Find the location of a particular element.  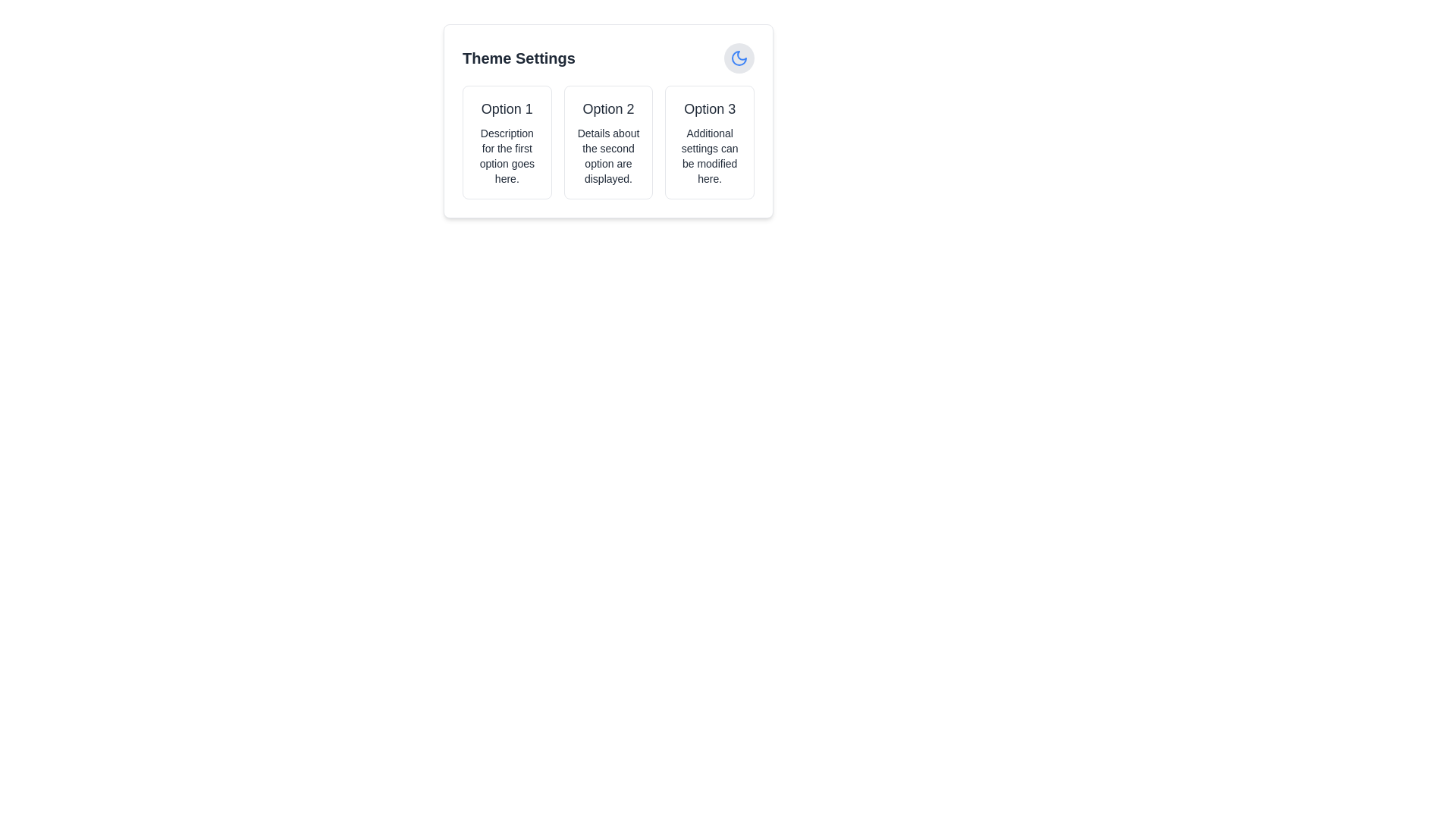

the text element stating 'Additional settings can be modified here.' located beneath the header 'Option 3' in the third column of the layout is located at coordinates (709, 155).